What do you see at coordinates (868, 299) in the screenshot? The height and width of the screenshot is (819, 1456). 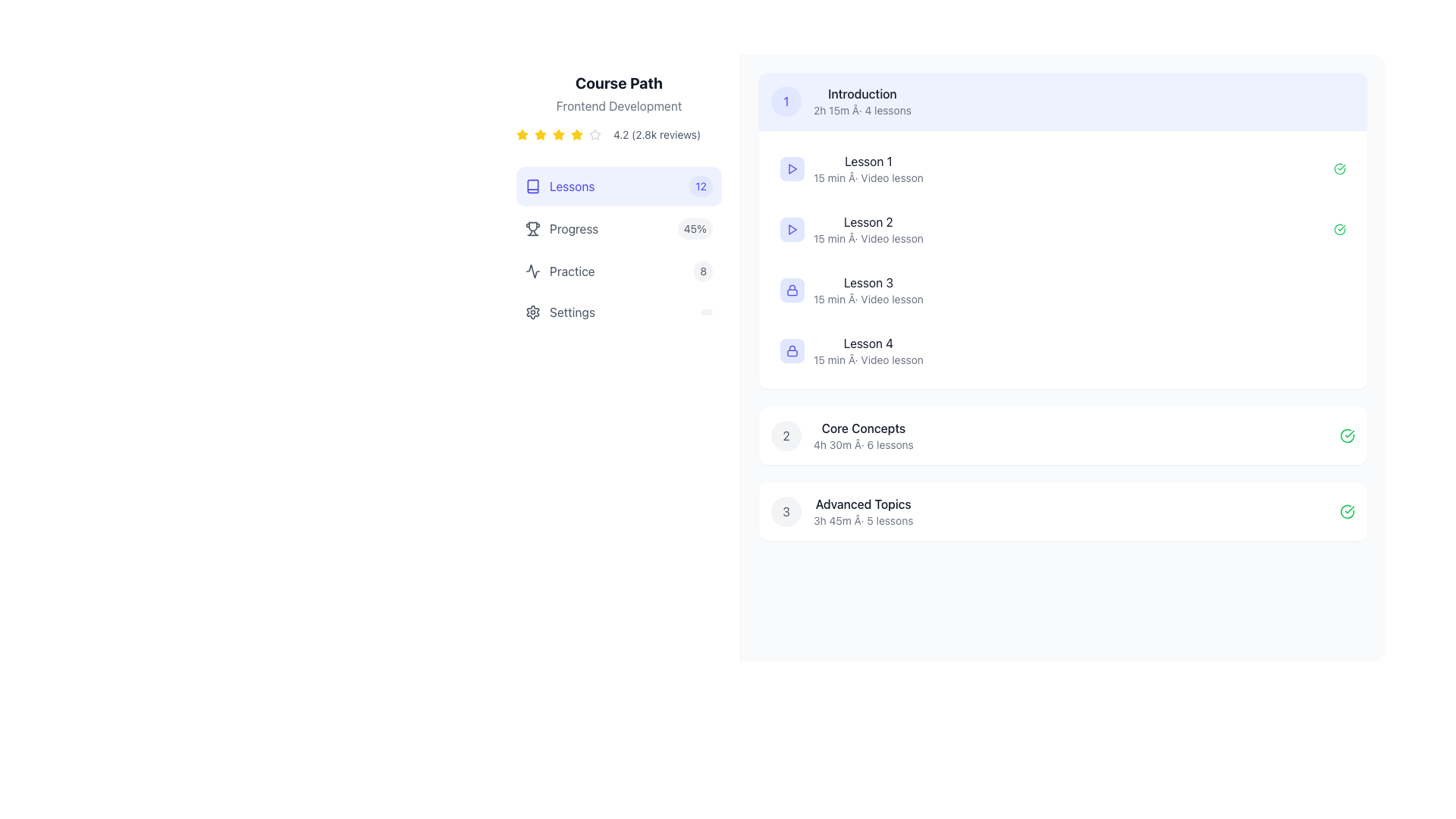 I see `the static text label that provides information about the lesson's duration and type, positioned beneath 'Lesson 3' in the lesson list, to potentially reveal more details` at bounding box center [868, 299].